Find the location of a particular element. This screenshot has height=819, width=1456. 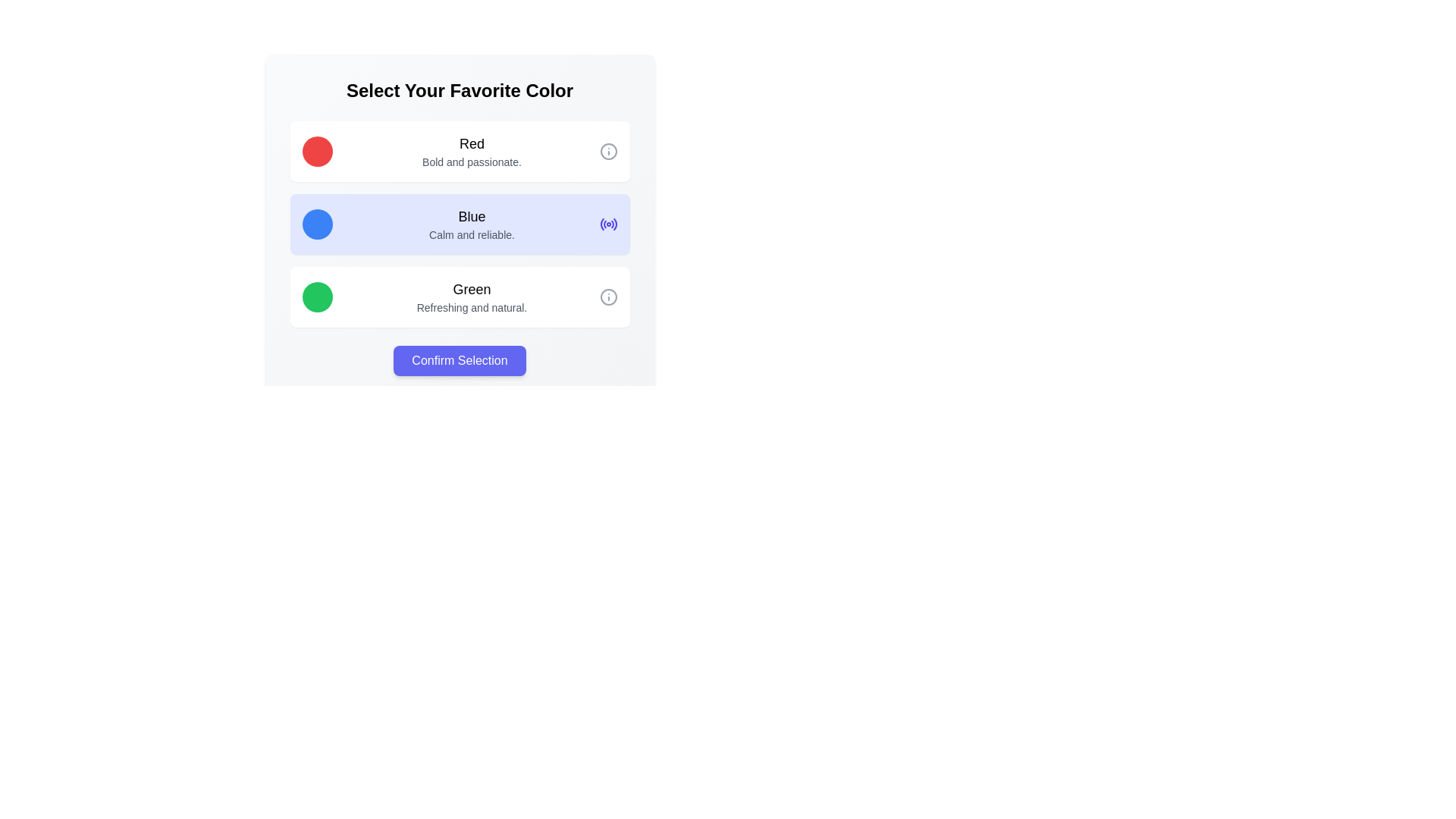

the textual display that shows 'Green' in bold and larger font size, located within the third option of the vertical list of selectable color options, positioned below 'Blue' and above the 'Confirm Selection' button is located at coordinates (471, 297).